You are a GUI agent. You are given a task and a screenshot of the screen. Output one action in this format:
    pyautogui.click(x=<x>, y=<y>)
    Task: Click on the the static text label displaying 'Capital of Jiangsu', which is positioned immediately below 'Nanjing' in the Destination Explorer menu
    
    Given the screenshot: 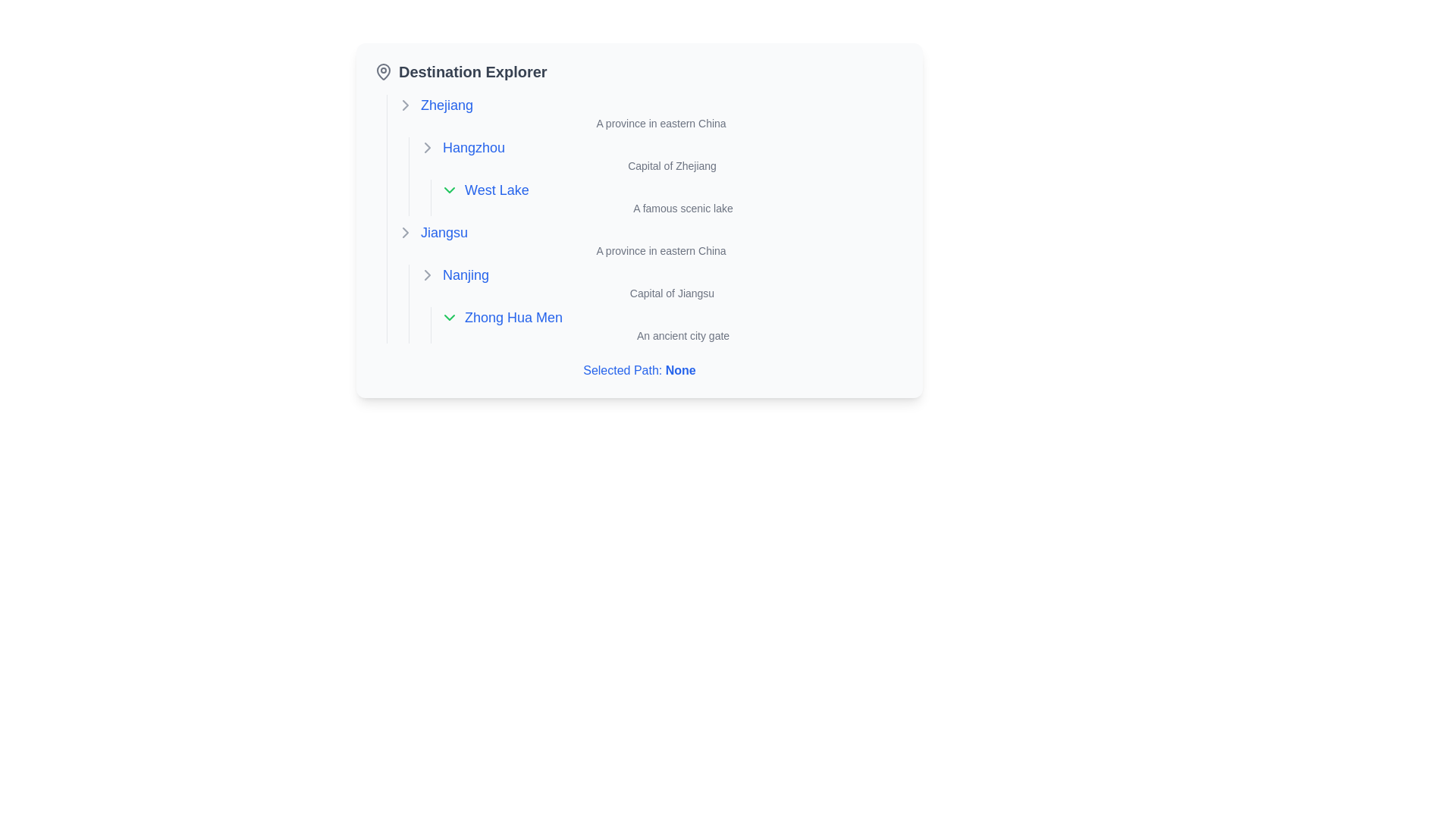 What is the action you would take?
    pyautogui.click(x=661, y=293)
    